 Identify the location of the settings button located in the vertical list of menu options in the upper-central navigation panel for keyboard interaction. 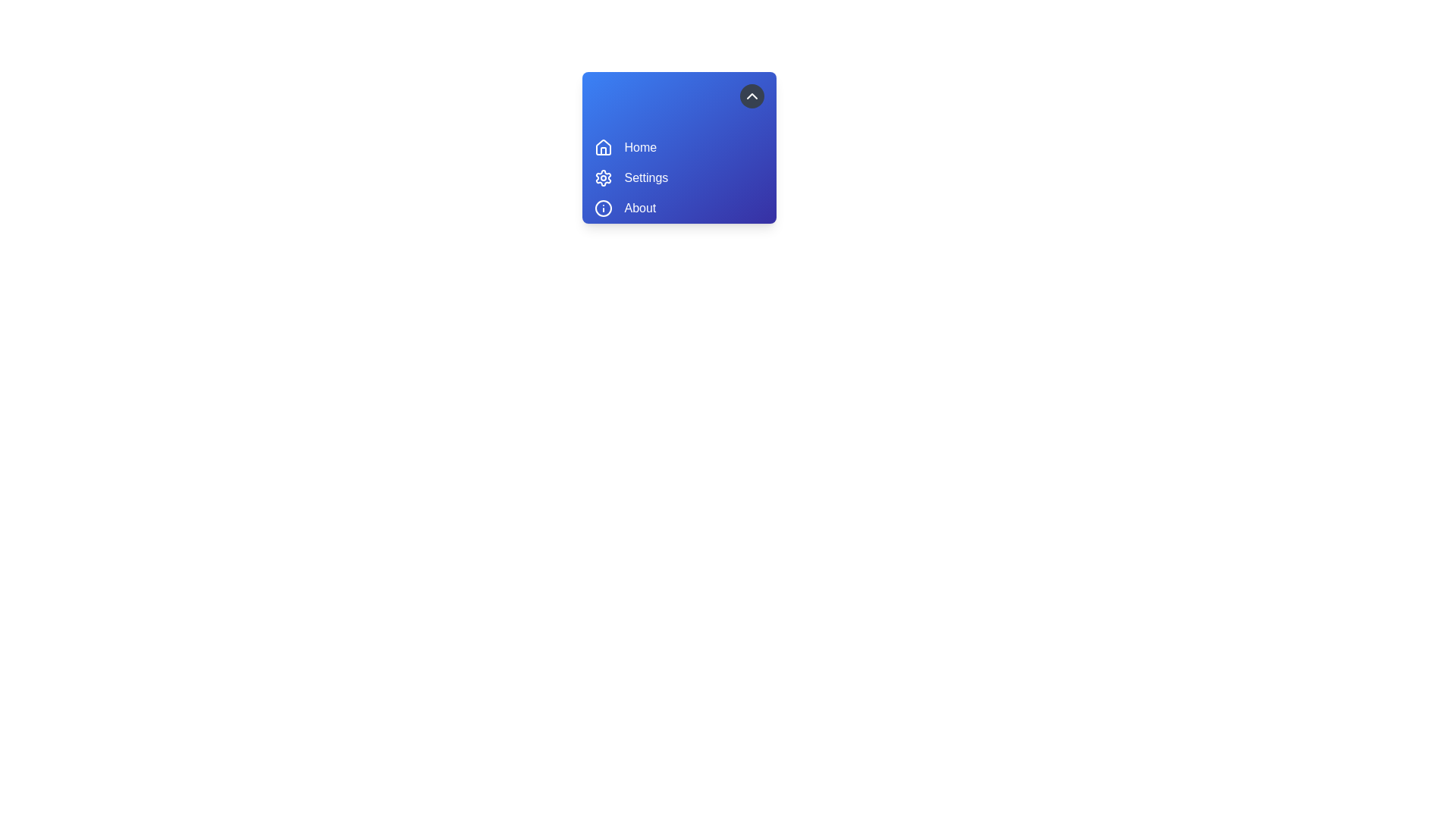
(678, 177).